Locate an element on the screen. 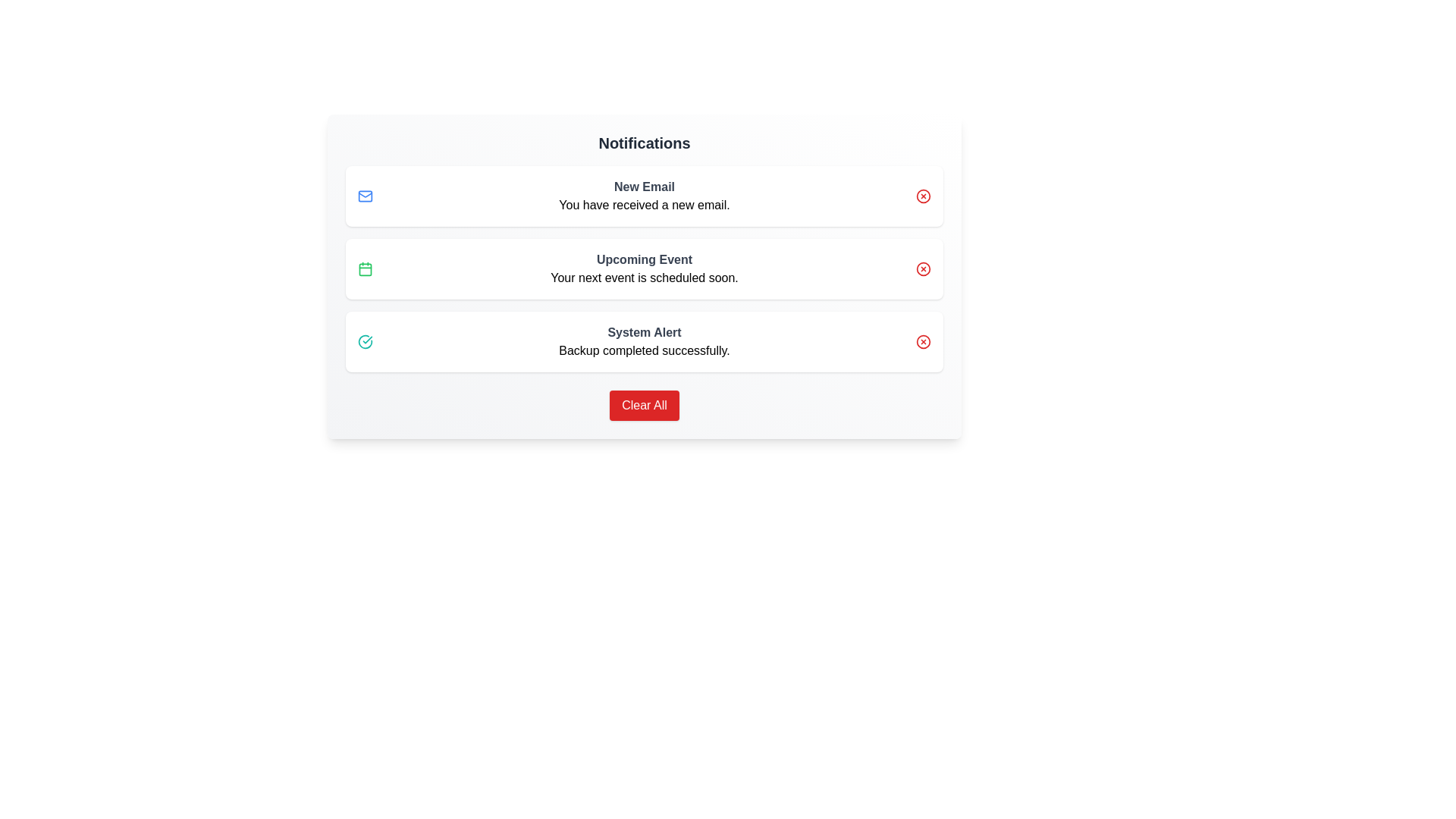 The width and height of the screenshot is (1456, 819). the text label displaying the message 'Backup completed successfully.' which is located in the 'System Alert' notification, positioned below the header text is located at coordinates (644, 350).